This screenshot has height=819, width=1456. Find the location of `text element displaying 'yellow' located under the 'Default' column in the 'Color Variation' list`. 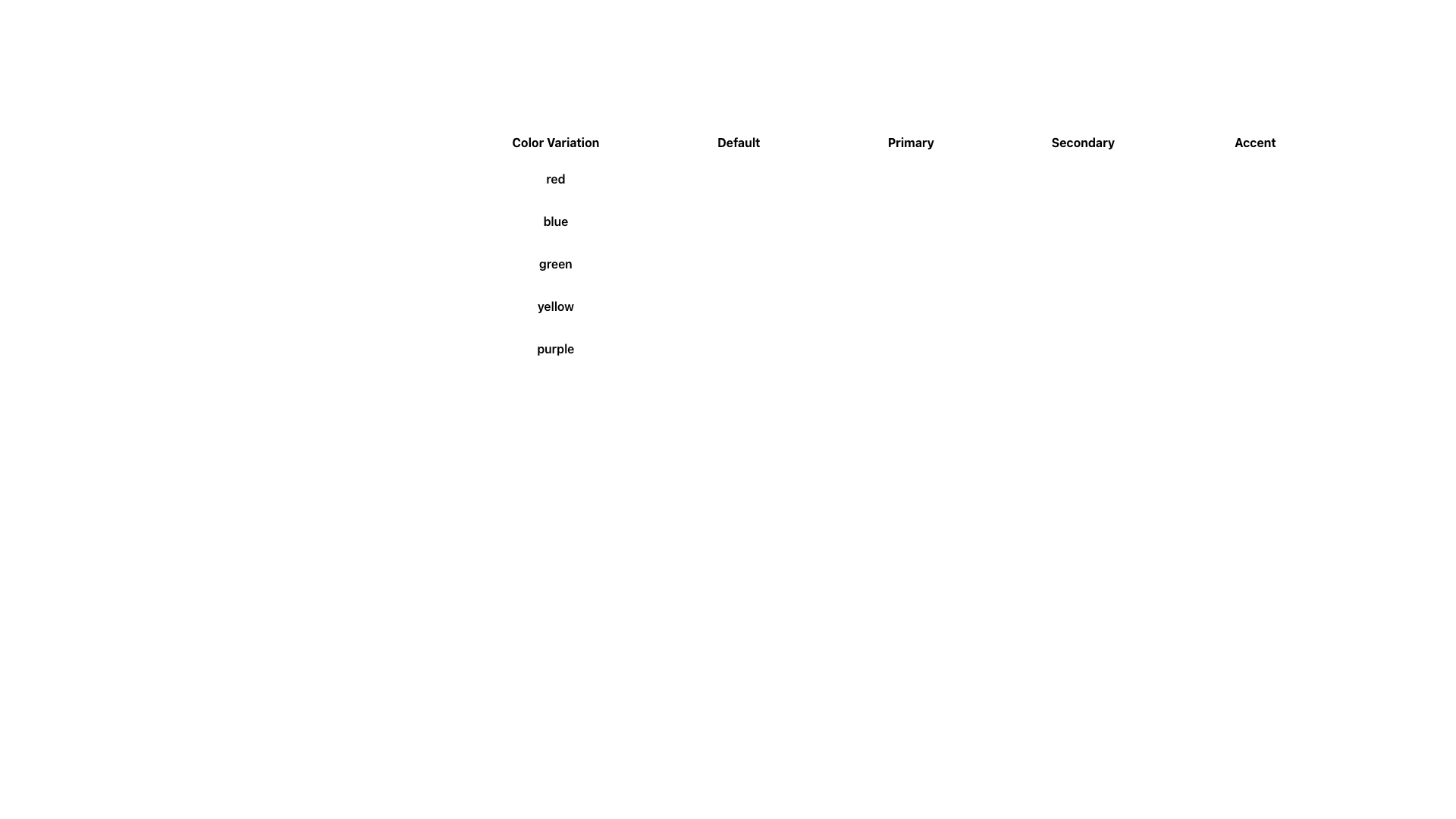

text element displaying 'yellow' located under the 'Default' column in the 'Color Variation' list is located at coordinates (739, 306).